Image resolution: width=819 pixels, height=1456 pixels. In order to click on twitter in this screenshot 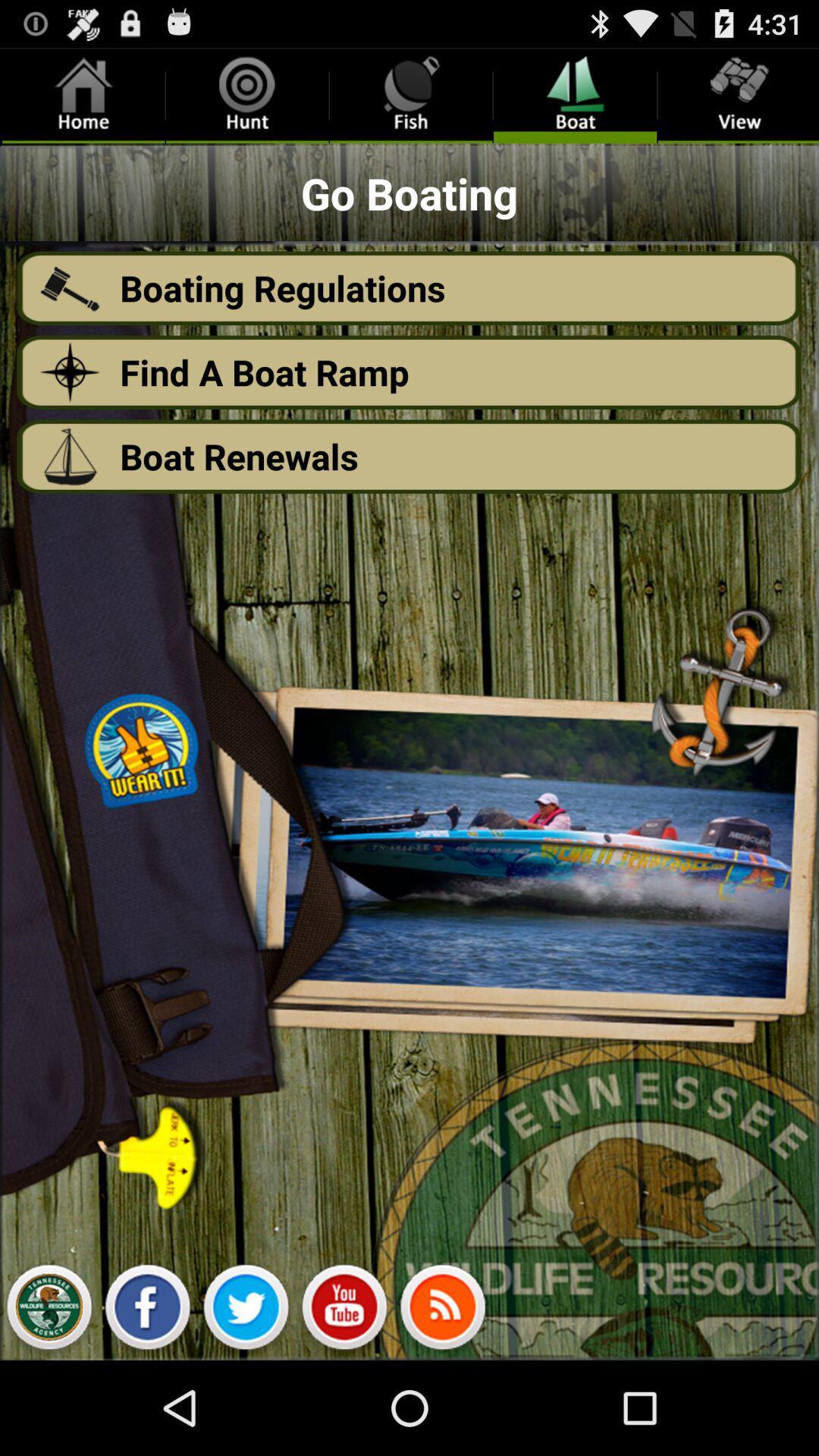, I will do `click(245, 1310)`.